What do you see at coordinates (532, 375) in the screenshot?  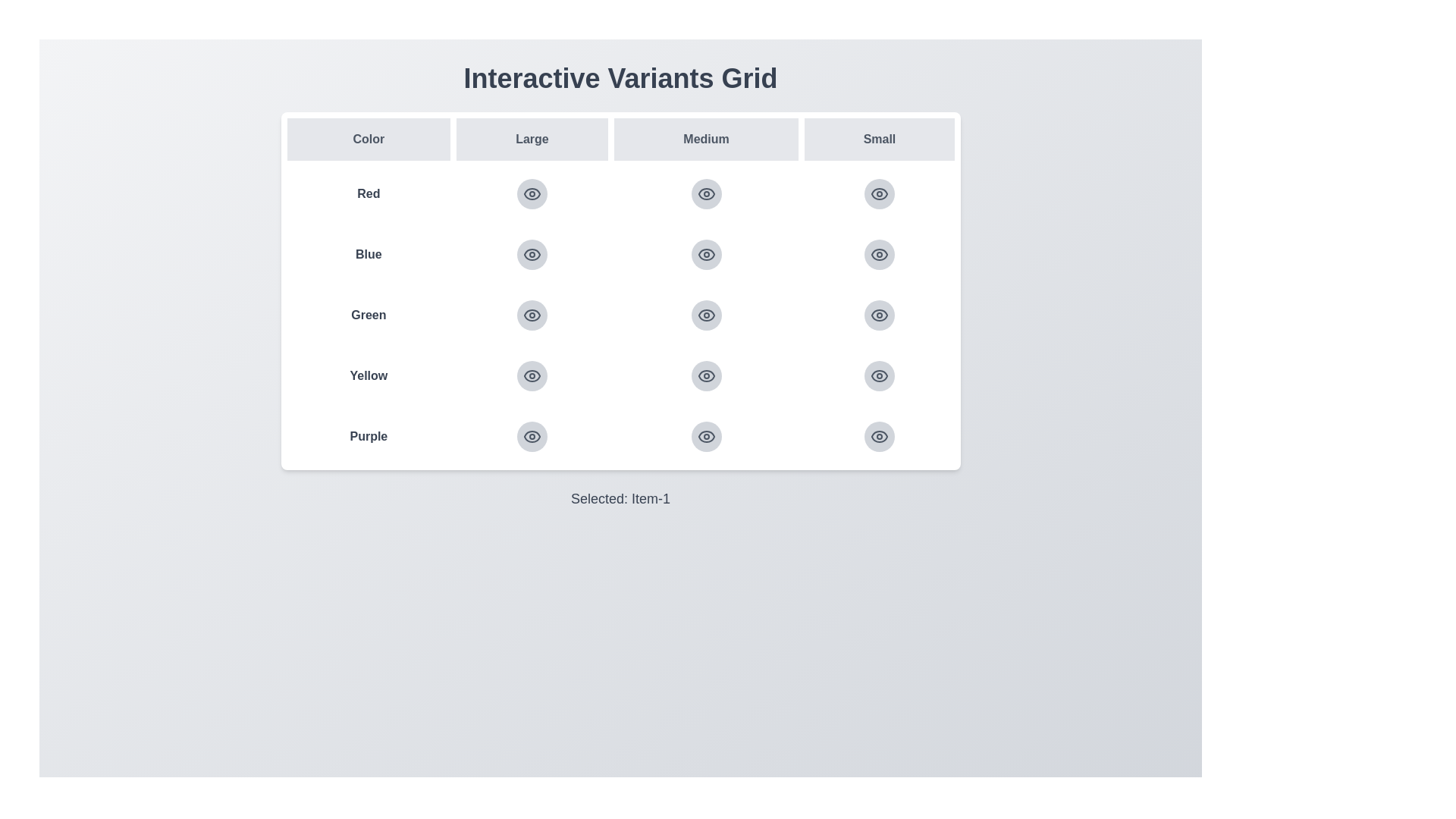 I see `the toggle button in the 'Interactive Variants Grid' interface located in the fourth row (Yellow) and second column (Large)` at bounding box center [532, 375].